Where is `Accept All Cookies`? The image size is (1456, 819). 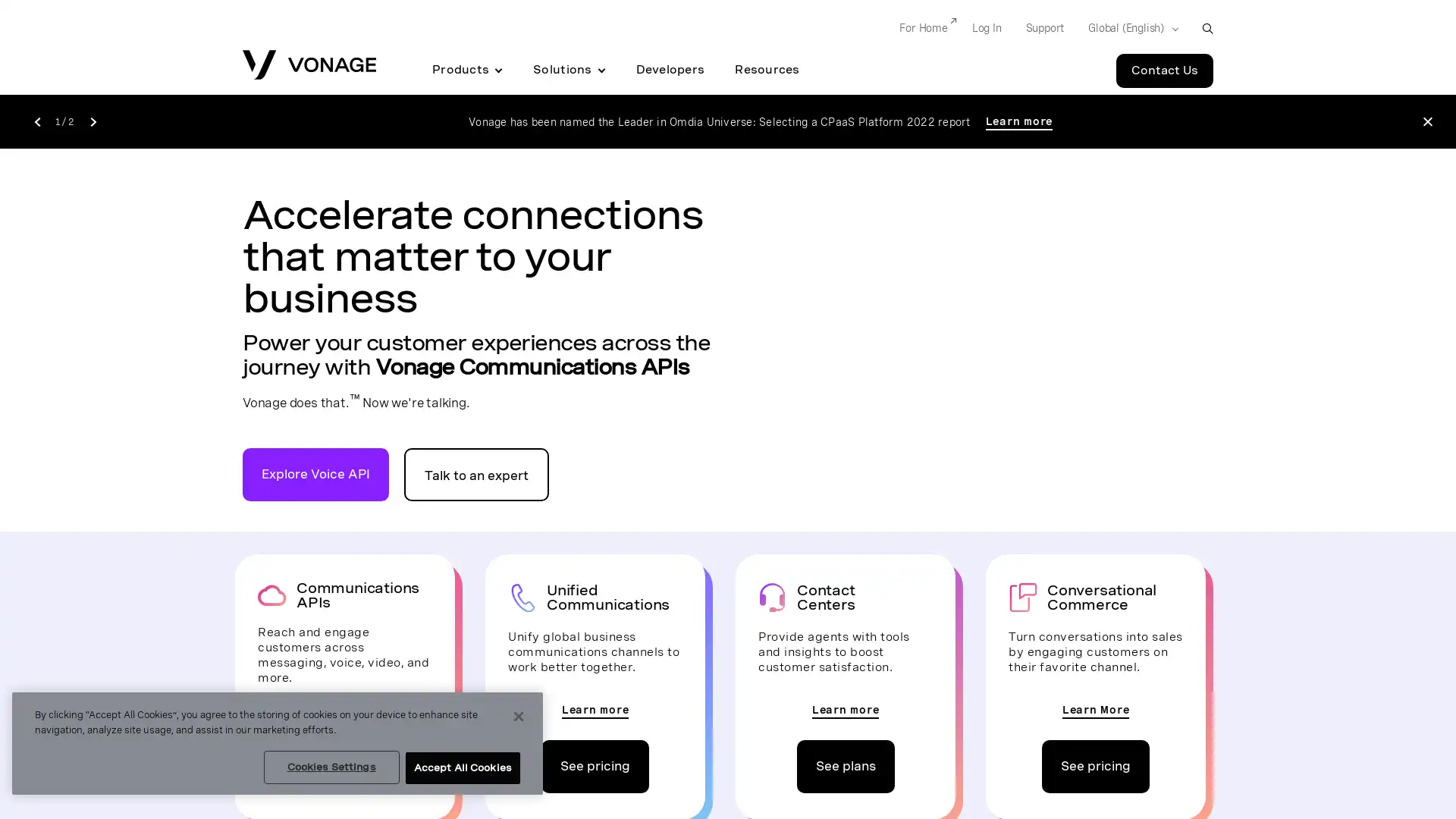 Accept All Cookies is located at coordinates (461, 768).